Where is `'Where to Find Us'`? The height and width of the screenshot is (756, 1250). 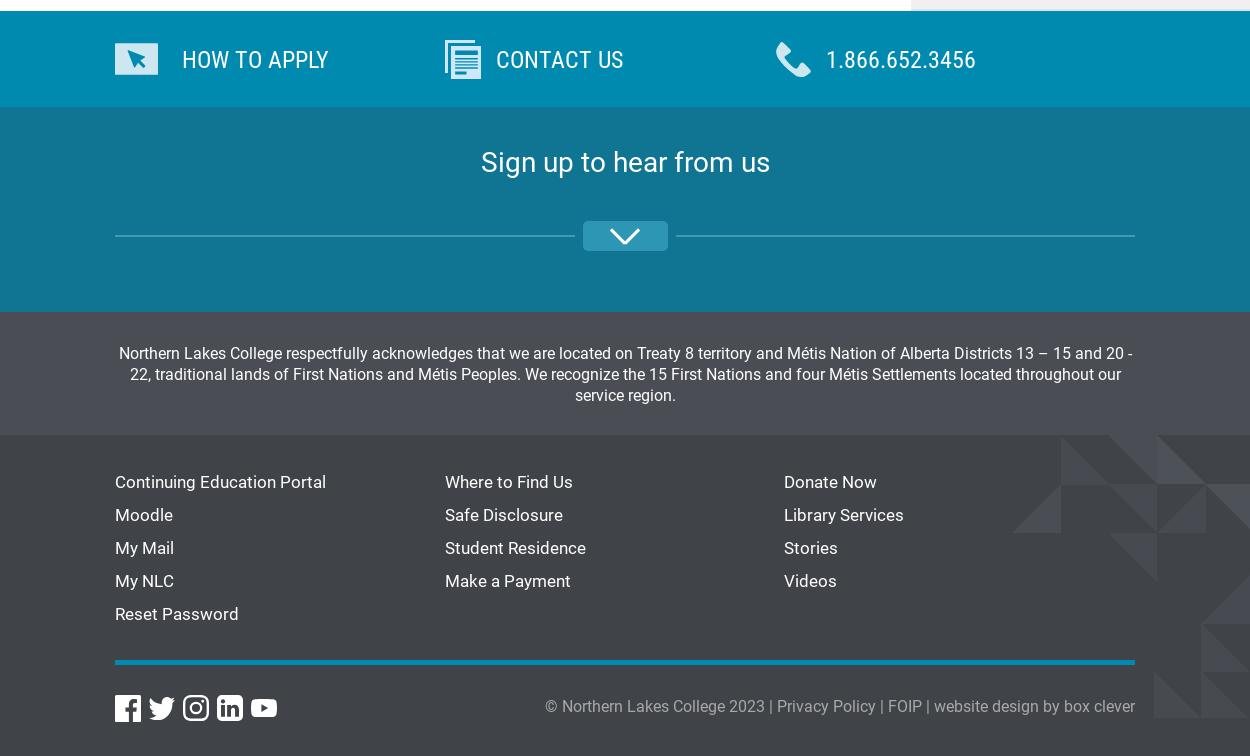 'Where to Find Us' is located at coordinates (444, 480).